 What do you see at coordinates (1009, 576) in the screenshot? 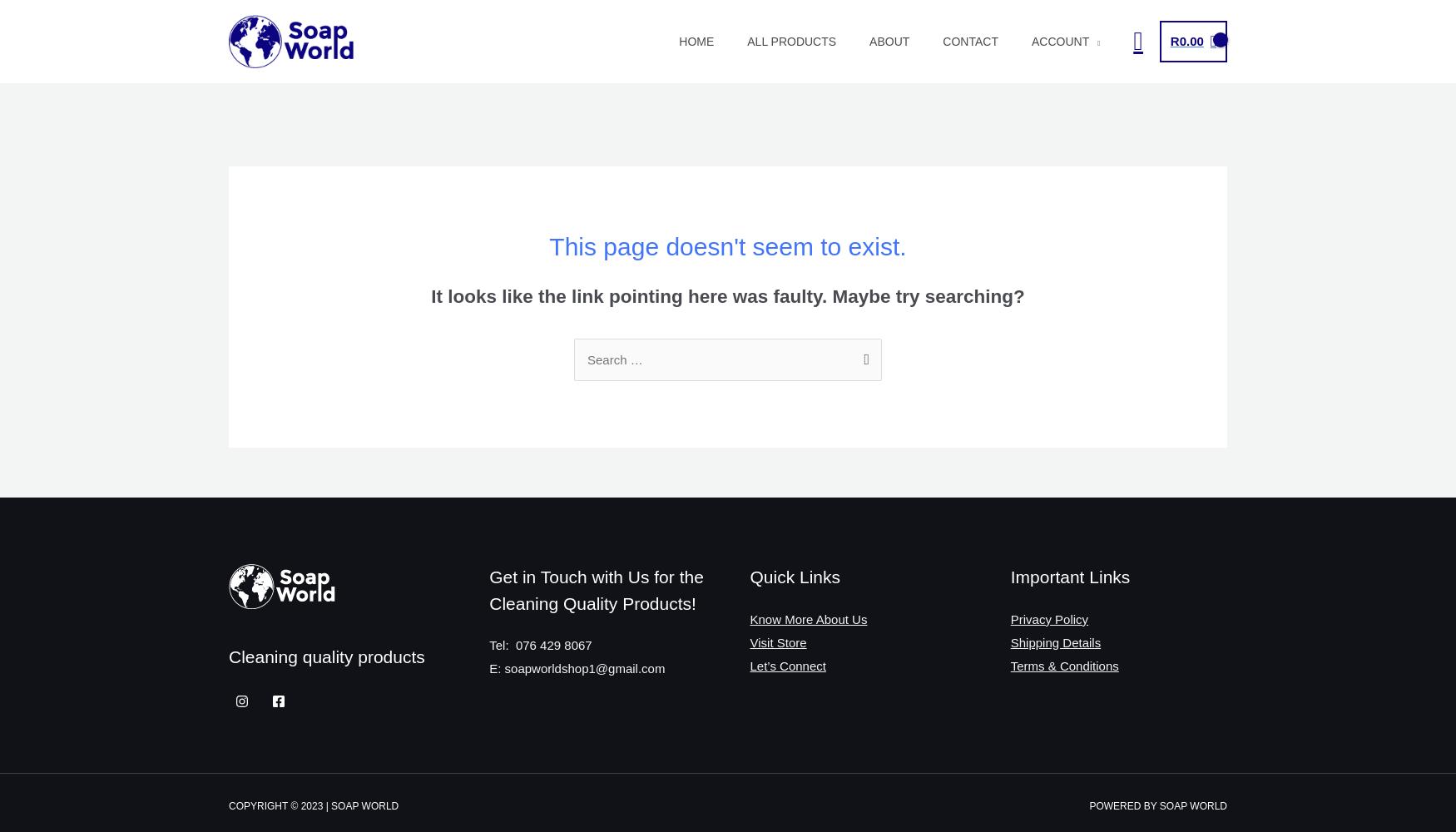
I see `'Important Links'` at bounding box center [1009, 576].